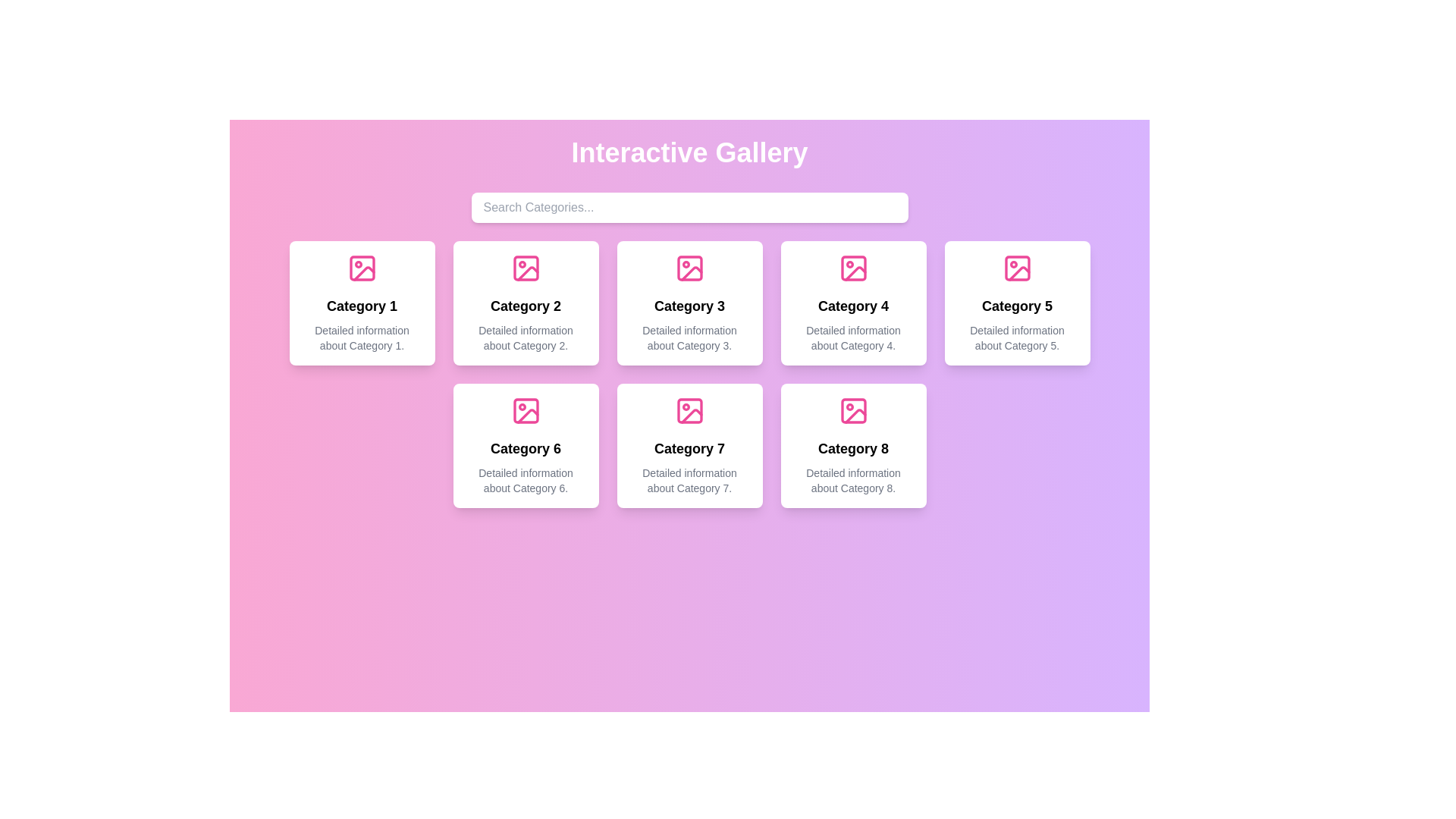 Image resolution: width=1456 pixels, height=819 pixels. Describe the element at coordinates (361, 268) in the screenshot. I see `the decorative graphical element, a small pink rectangle with rounded corners, located in the top-left corner of the image icon on the 'Category 1' card` at that location.